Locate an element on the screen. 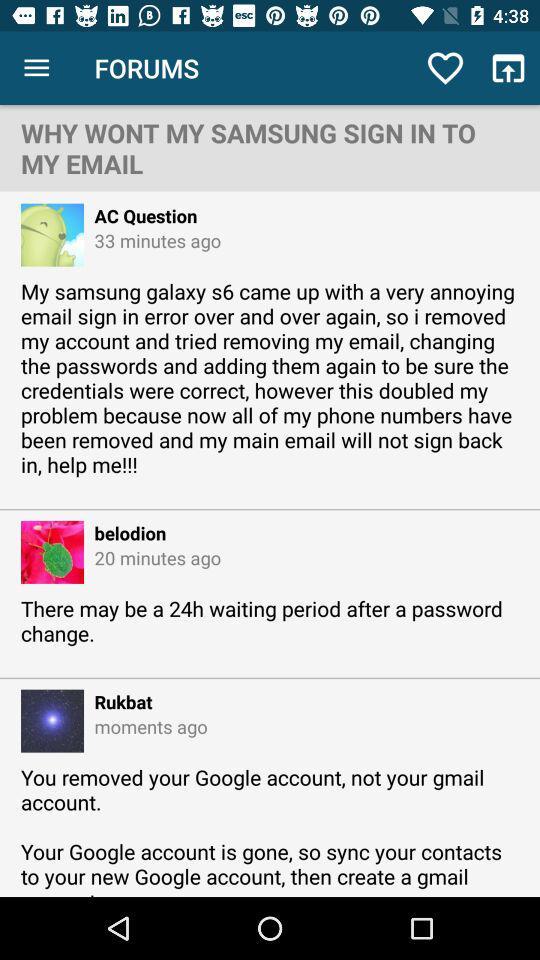 The image size is (540, 960). icon above why wont my icon is located at coordinates (36, 68).